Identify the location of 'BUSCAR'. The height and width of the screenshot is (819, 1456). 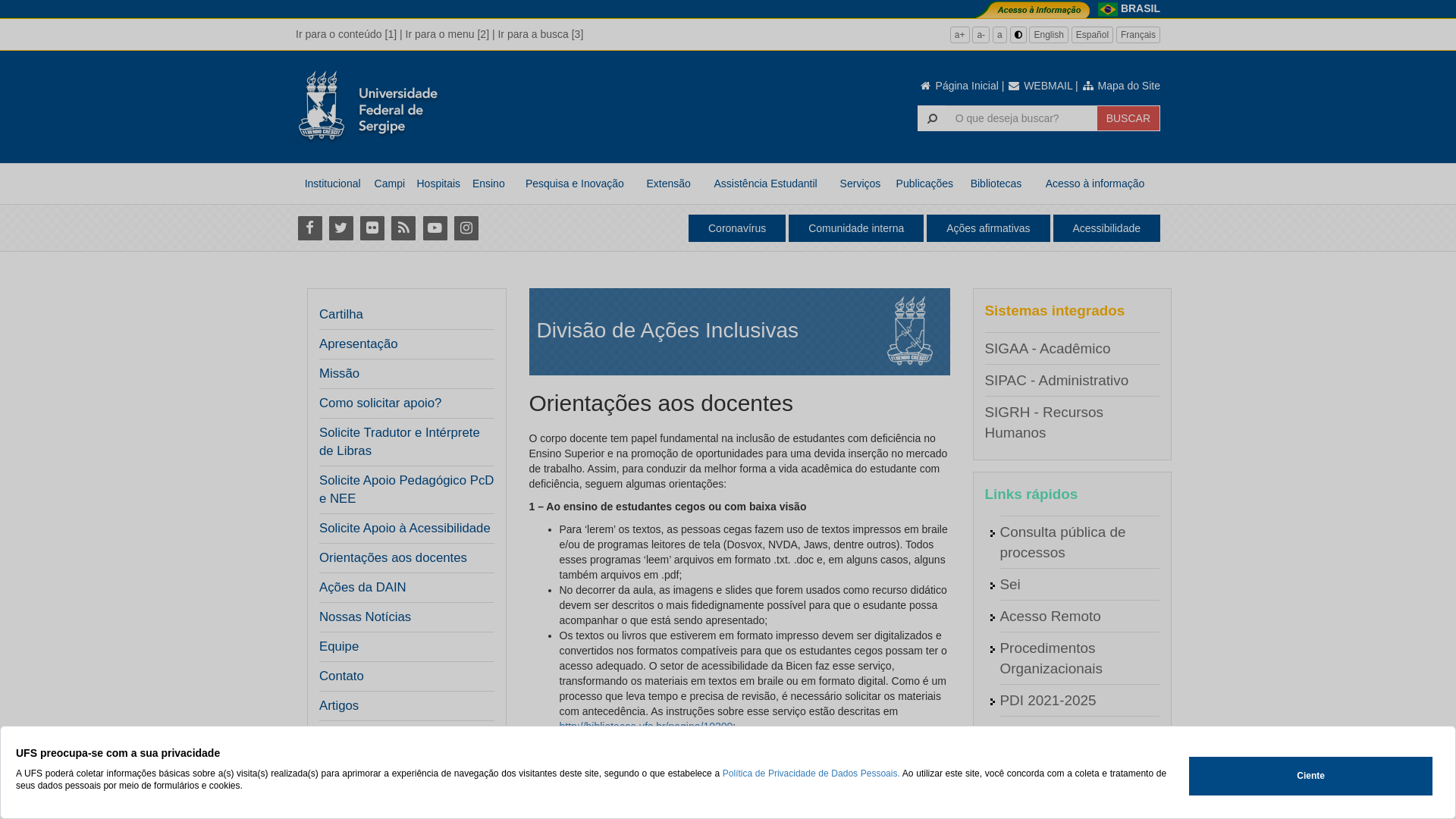
(1097, 117).